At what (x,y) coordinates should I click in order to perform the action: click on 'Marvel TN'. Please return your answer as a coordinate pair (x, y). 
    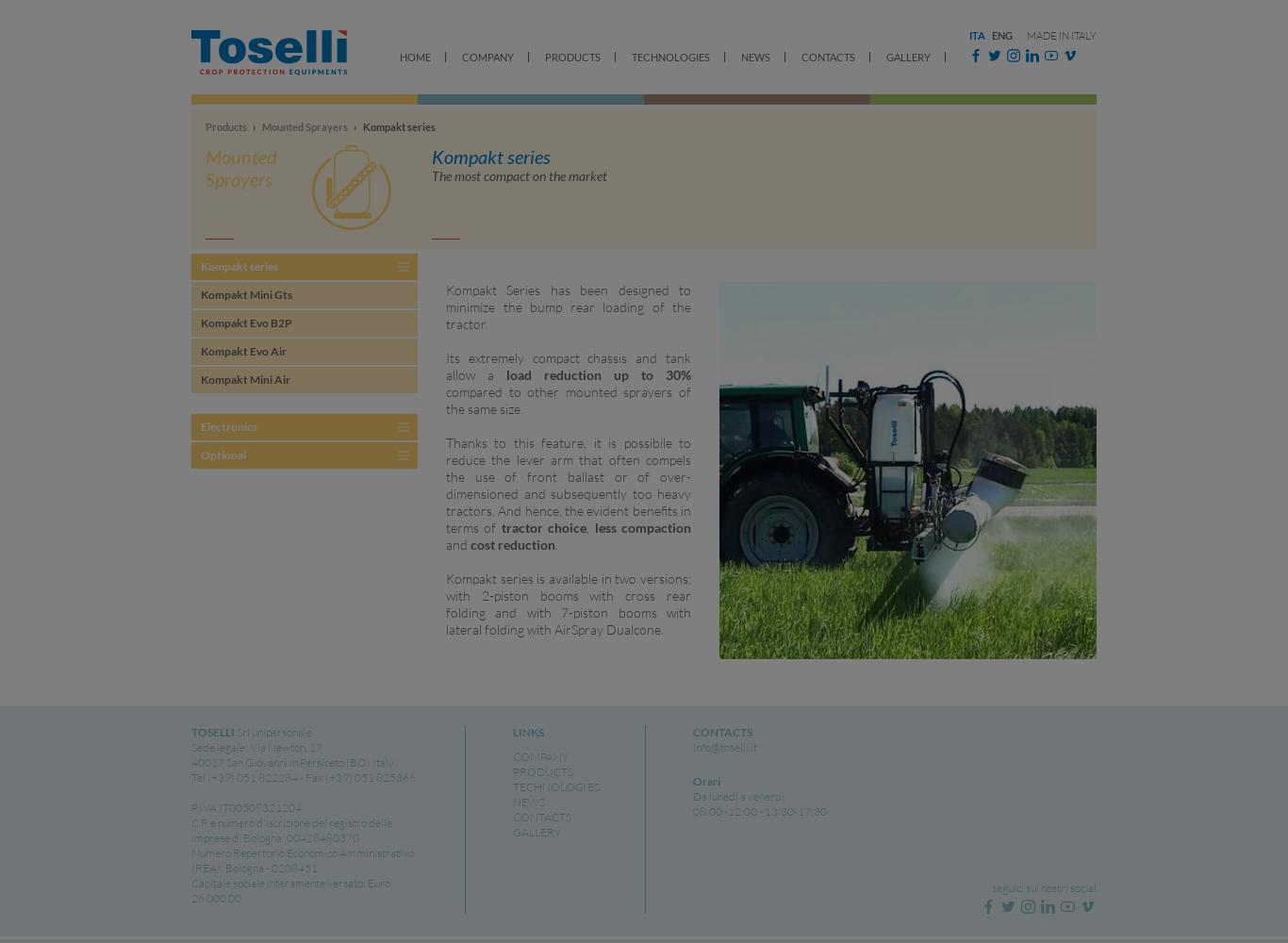
    Looking at the image, I should click on (467, 258).